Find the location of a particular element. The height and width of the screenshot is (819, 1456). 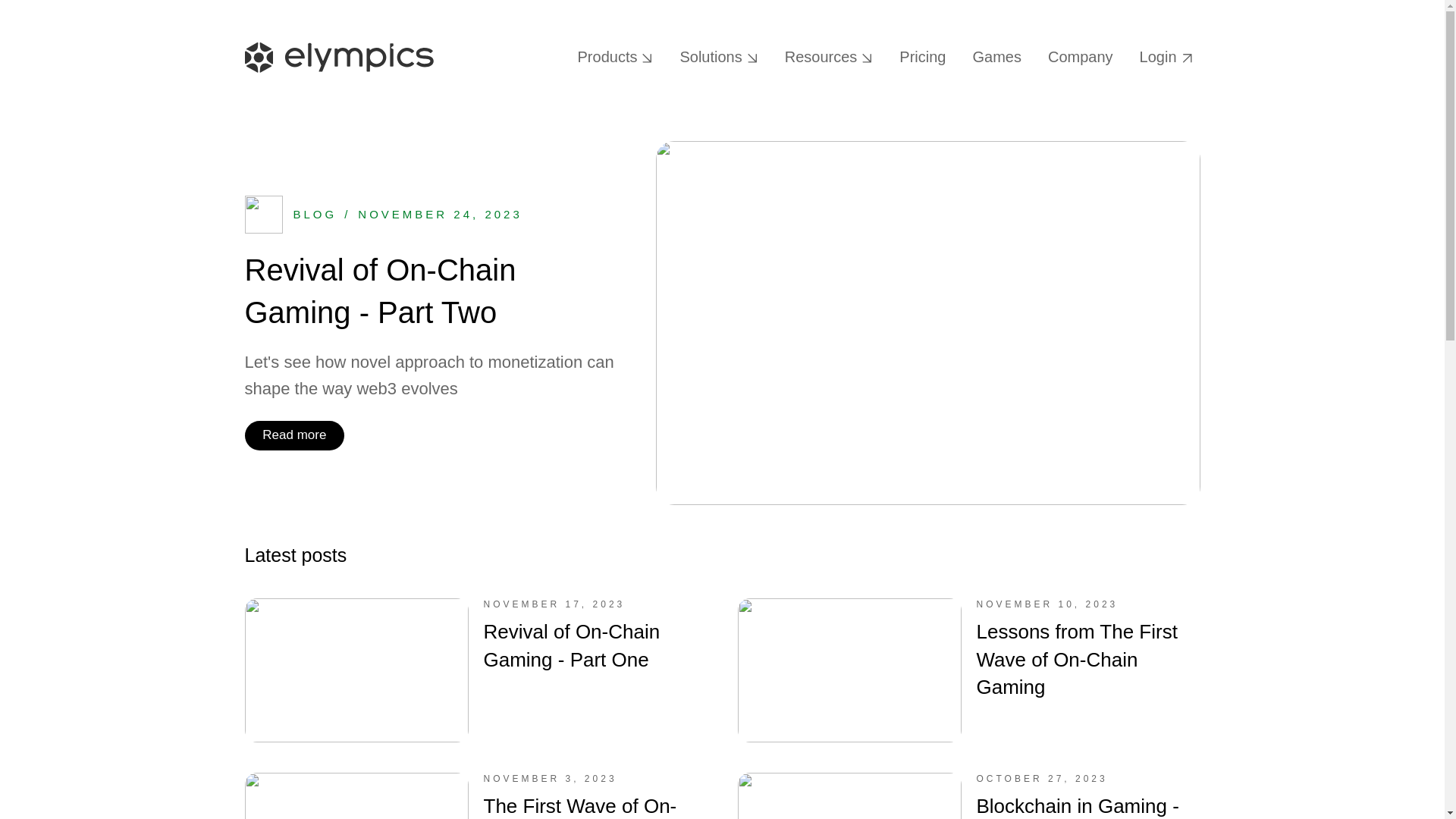

'NOVEMBER 17, 2023 is located at coordinates (243, 669).